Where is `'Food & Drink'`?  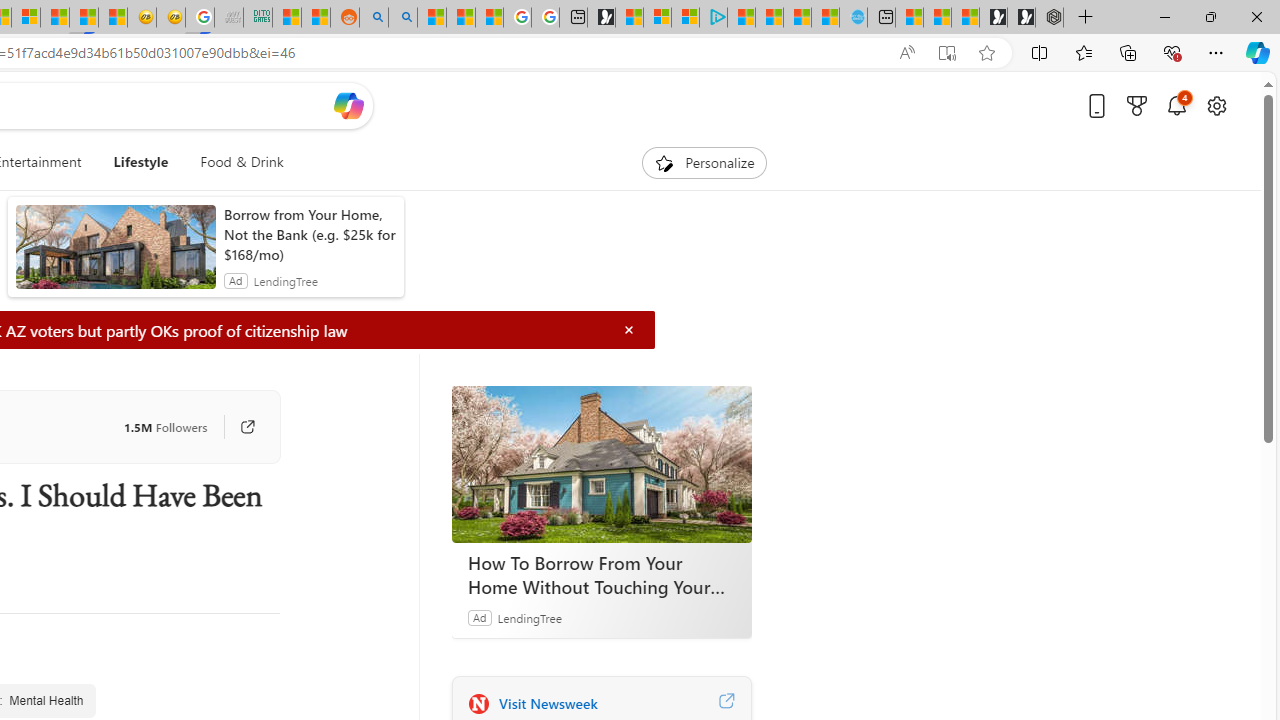 'Food & Drink' is located at coordinates (234, 162).